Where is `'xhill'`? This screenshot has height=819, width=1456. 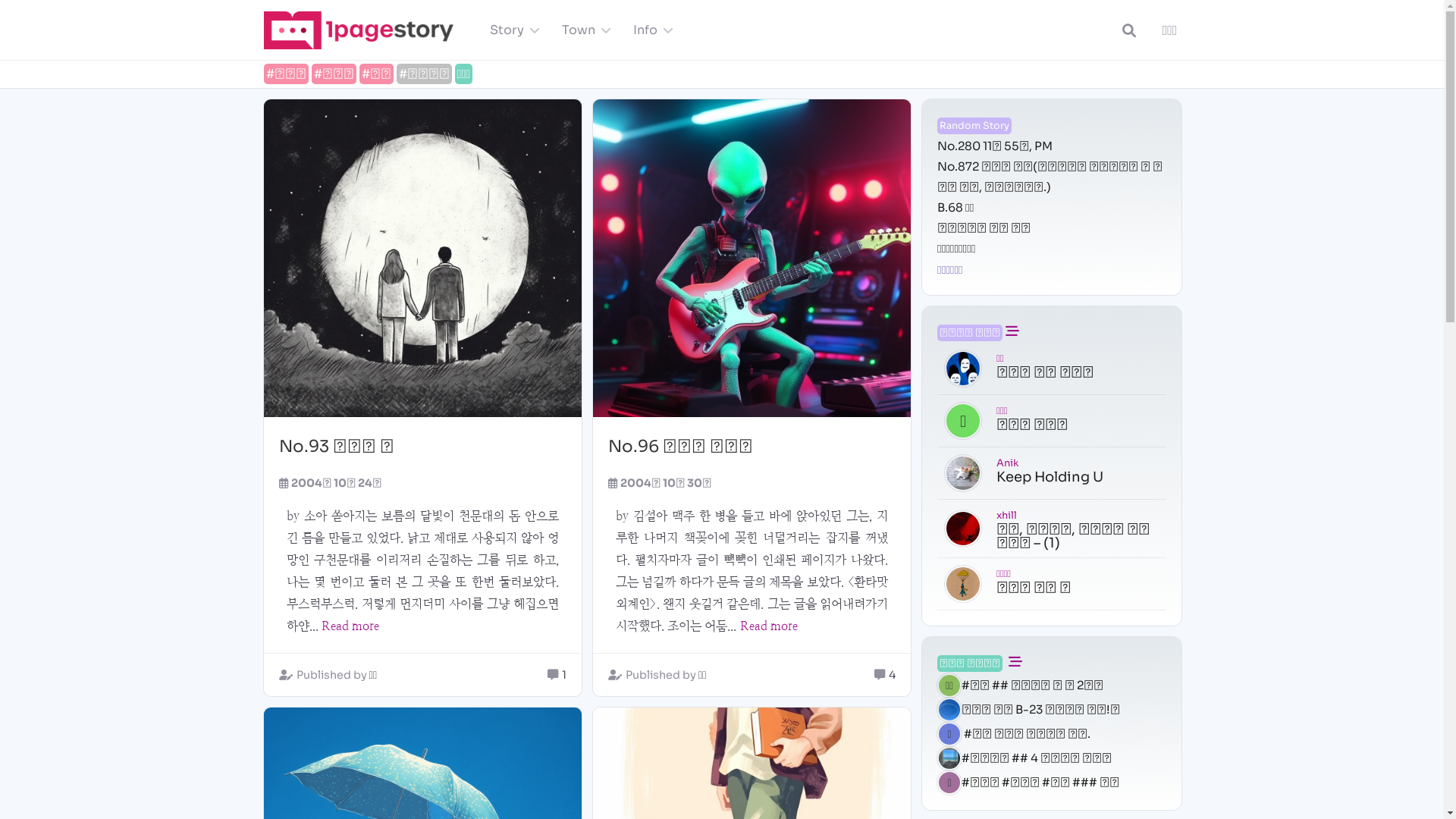 'xhill' is located at coordinates (1006, 513).